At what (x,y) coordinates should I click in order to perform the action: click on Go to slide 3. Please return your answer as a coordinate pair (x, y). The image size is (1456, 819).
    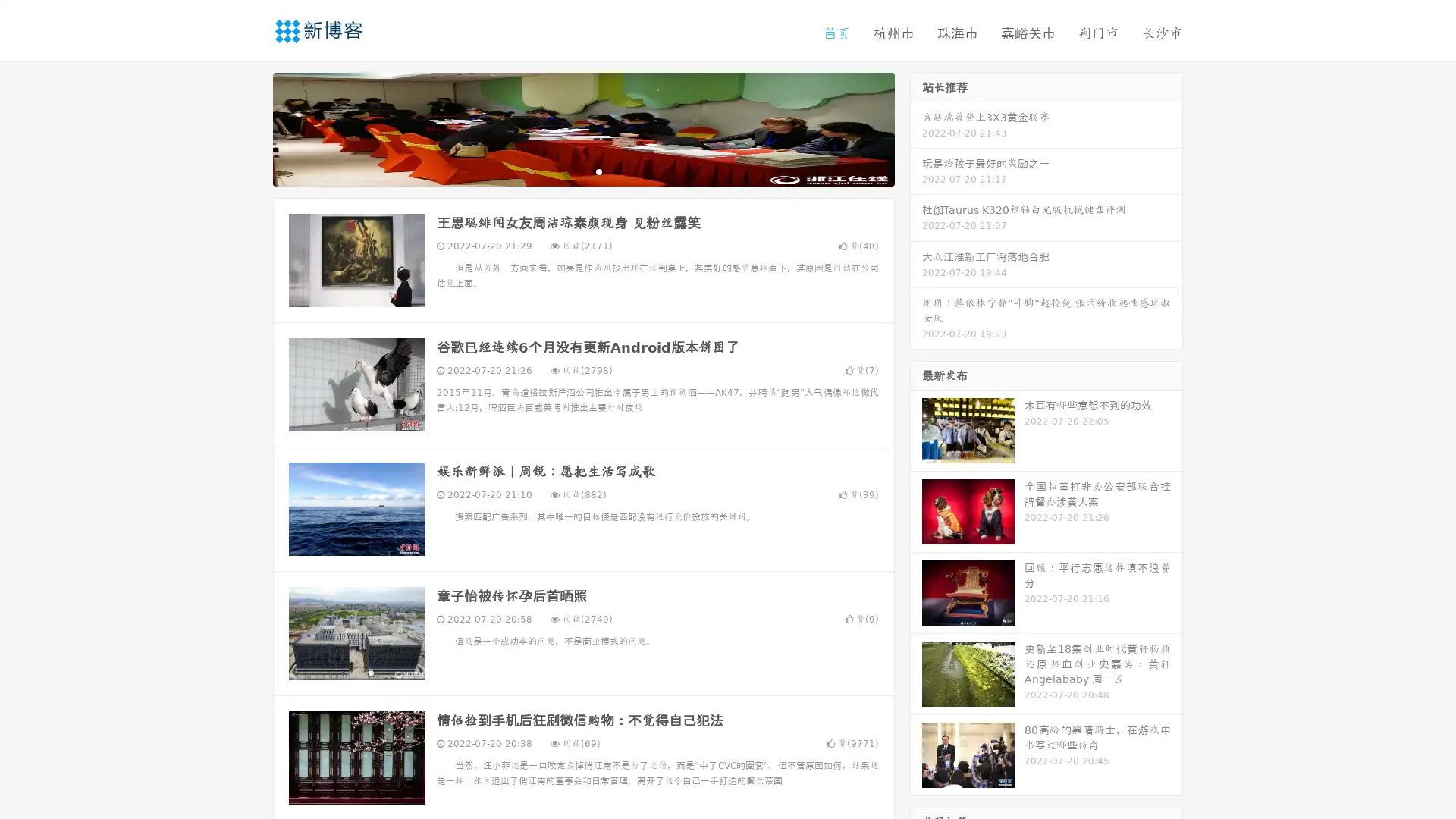
    Looking at the image, I should click on (598, 171).